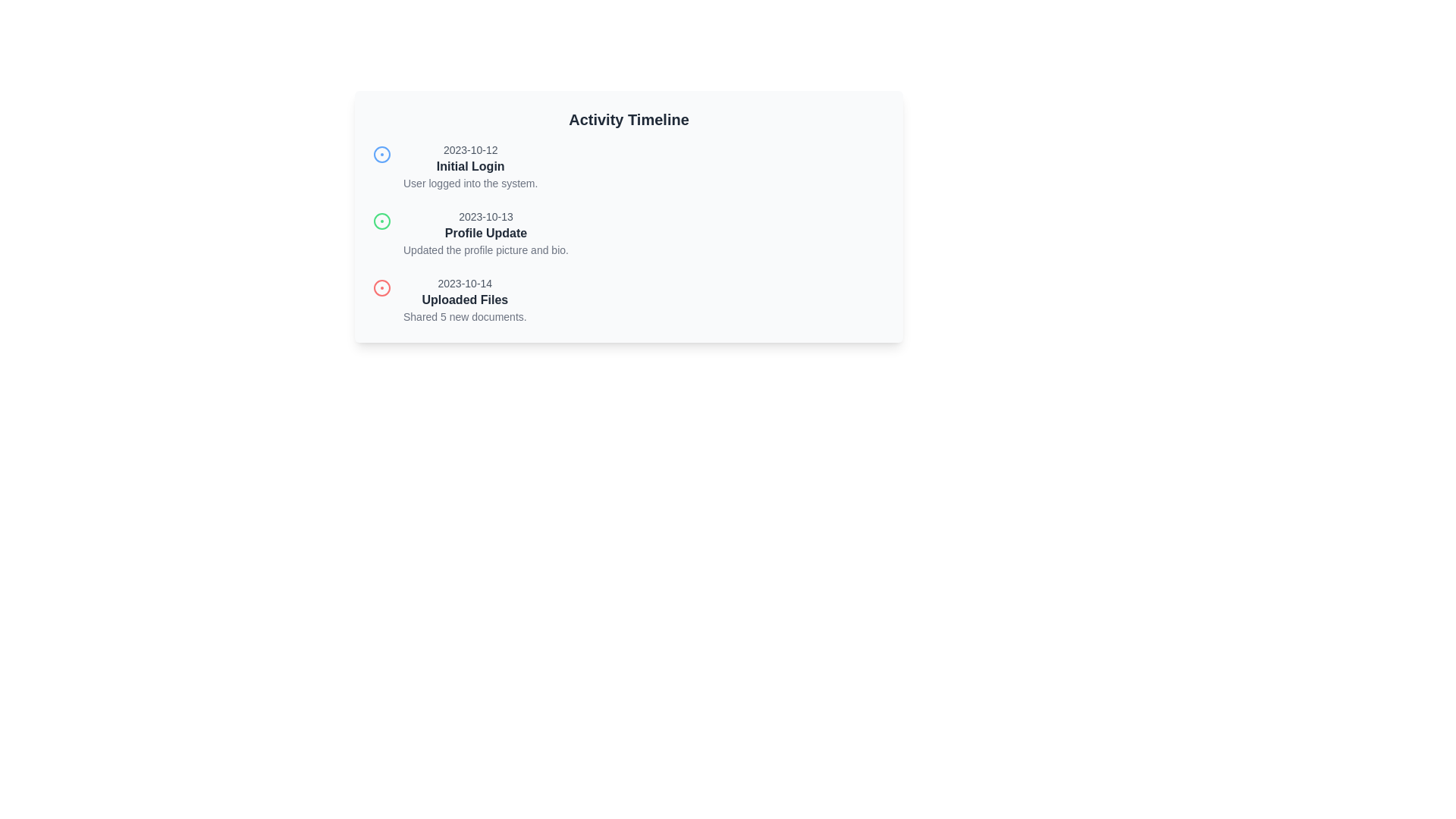 This screenshot has width=1456, height=819. I want to click on text element that displays 'Shared 5 new documents.' located below the 'Uploaded Files' label in the activity timeline interface for October 14, so click(464, 315).